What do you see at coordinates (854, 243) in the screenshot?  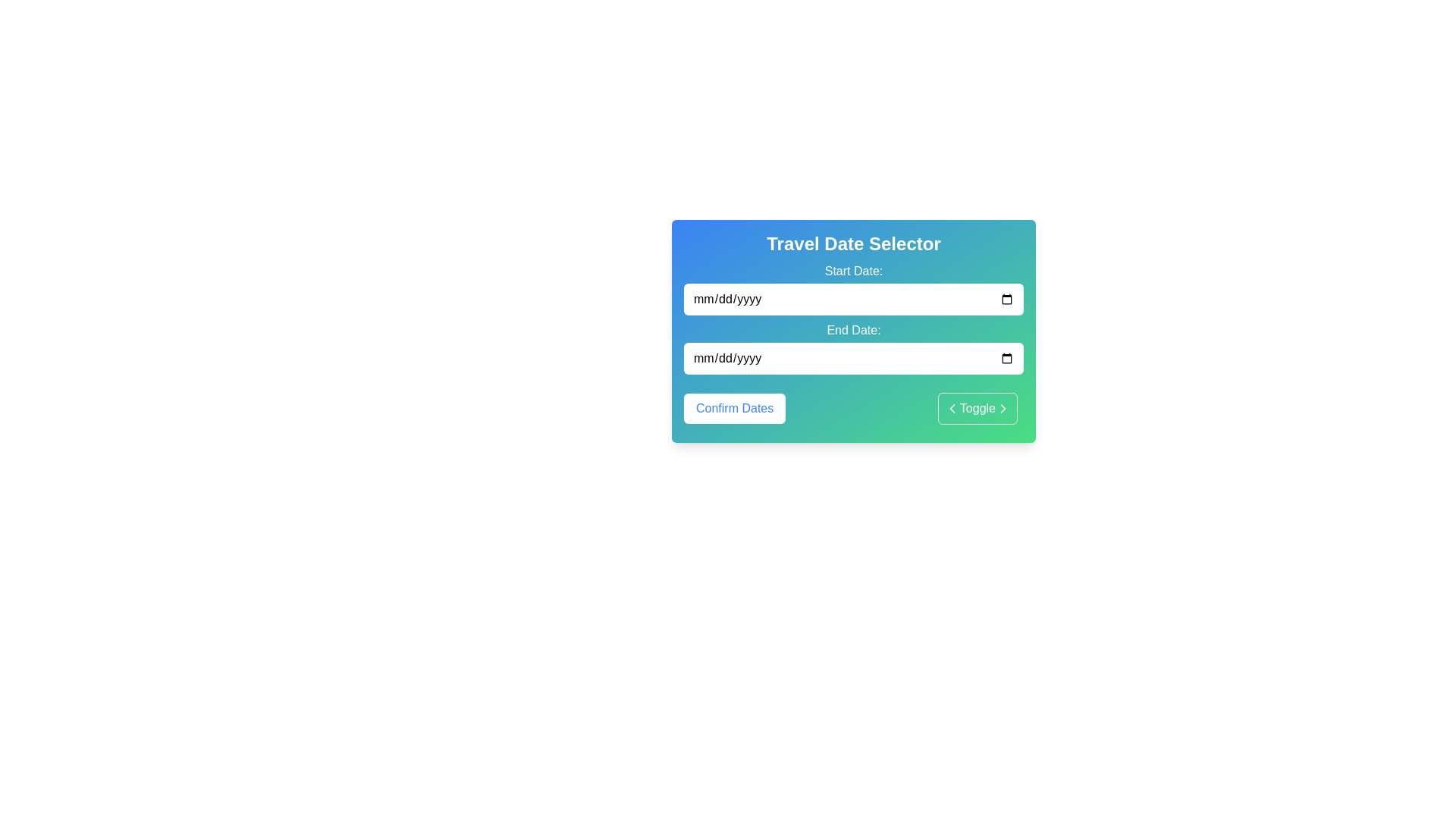 I see `the title text label 'Travel Date Selector', which is styled in bold and large font and located at the top of the panel` at bounding box center [854, 243].